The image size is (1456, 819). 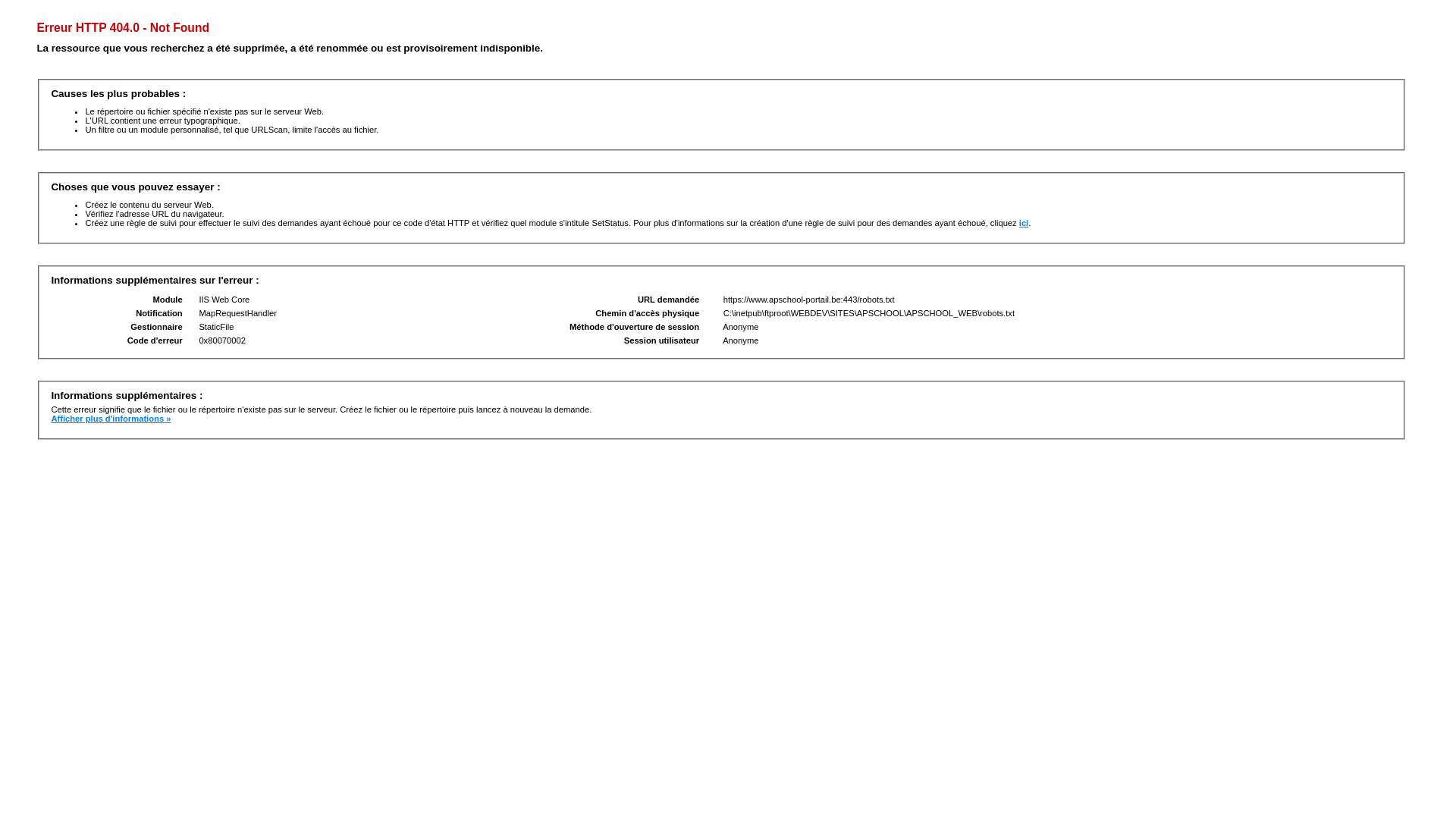 I want to click on 'ici', so click(x=1023, y=222).